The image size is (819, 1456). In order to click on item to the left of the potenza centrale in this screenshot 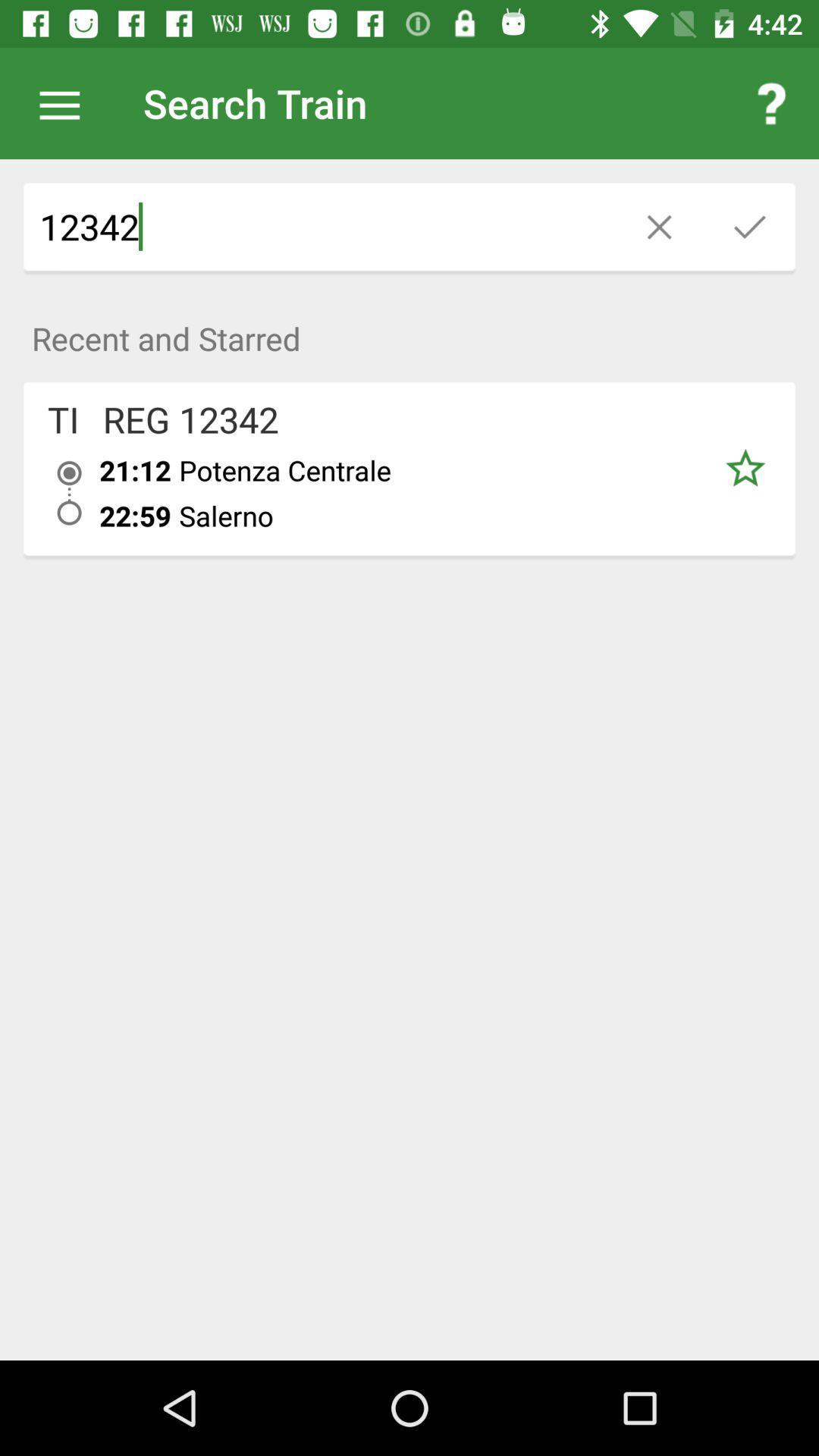, I will do `click(134, 469)`.